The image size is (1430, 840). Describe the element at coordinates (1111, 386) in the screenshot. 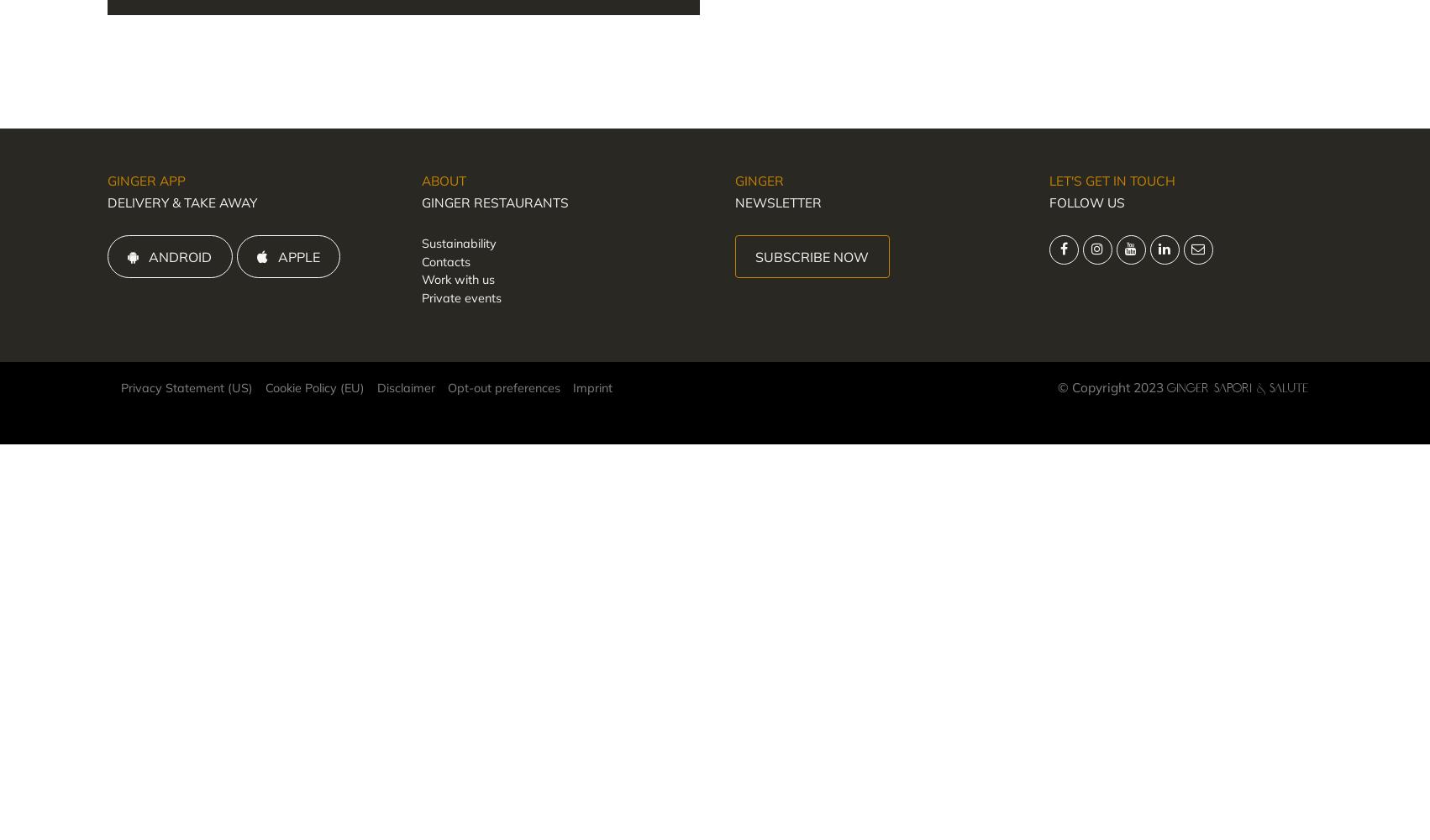

I see `'© Copyright 								2023'` at that location.